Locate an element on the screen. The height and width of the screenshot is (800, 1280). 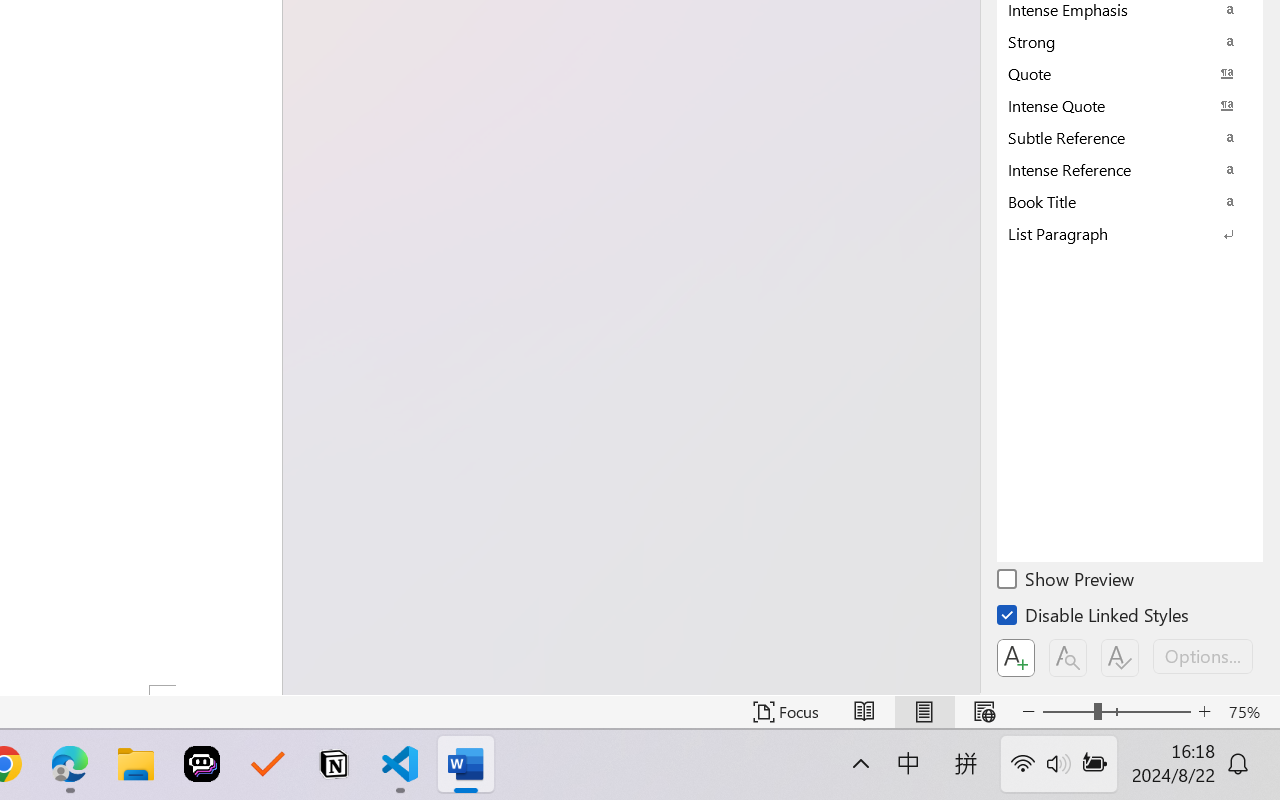
'List Paragraph' is located at coordinates (1130, 233).